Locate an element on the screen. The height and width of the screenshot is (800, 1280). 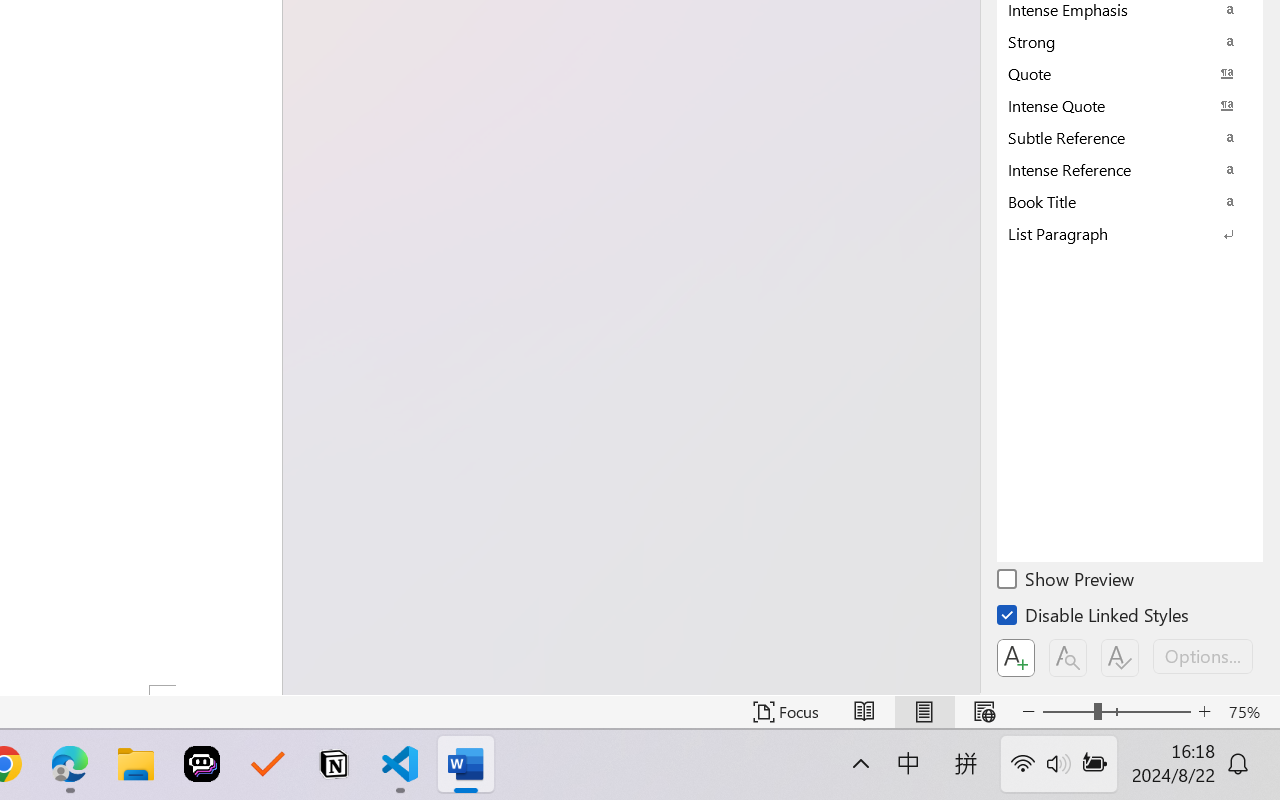
'List Paragraph' is located at coordinates (1130, 233).